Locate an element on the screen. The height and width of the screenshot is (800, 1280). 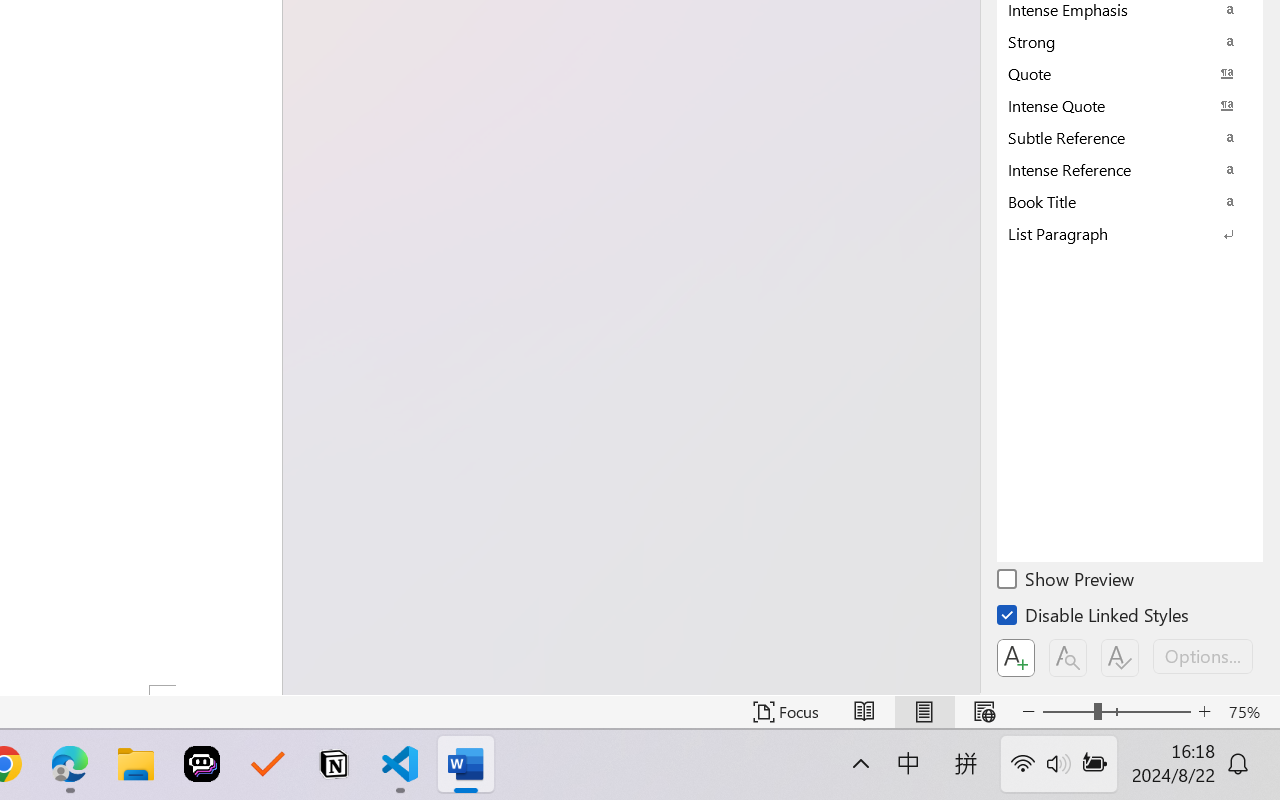
'List Paragraph' is located at coordinates (1130, 233).